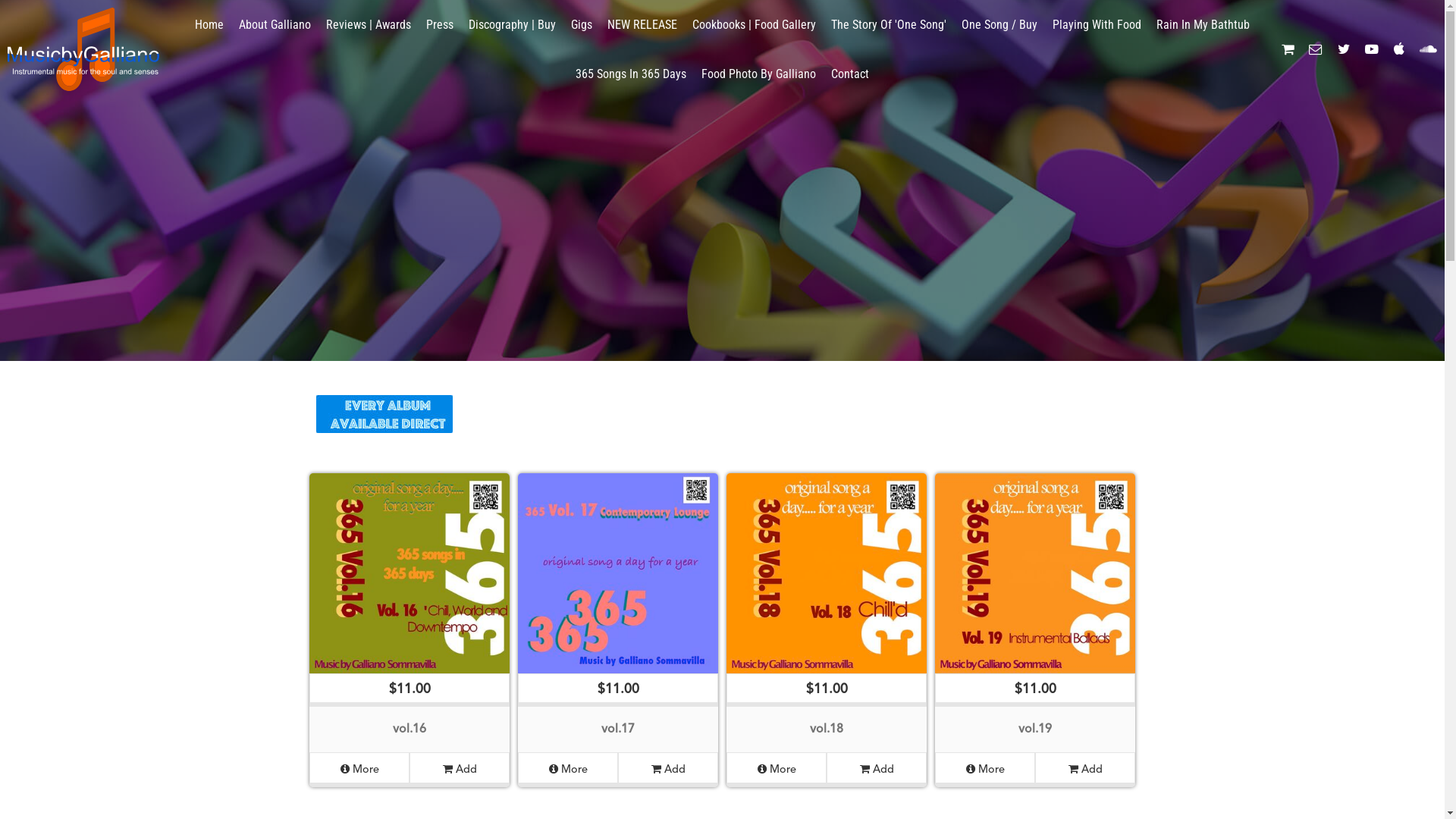 This screenshot has height=819, width=1456. What do you see at coordinates (231, 24) in the screenshot?
I see `'About Galliano'` at bounding box center [231, 24].